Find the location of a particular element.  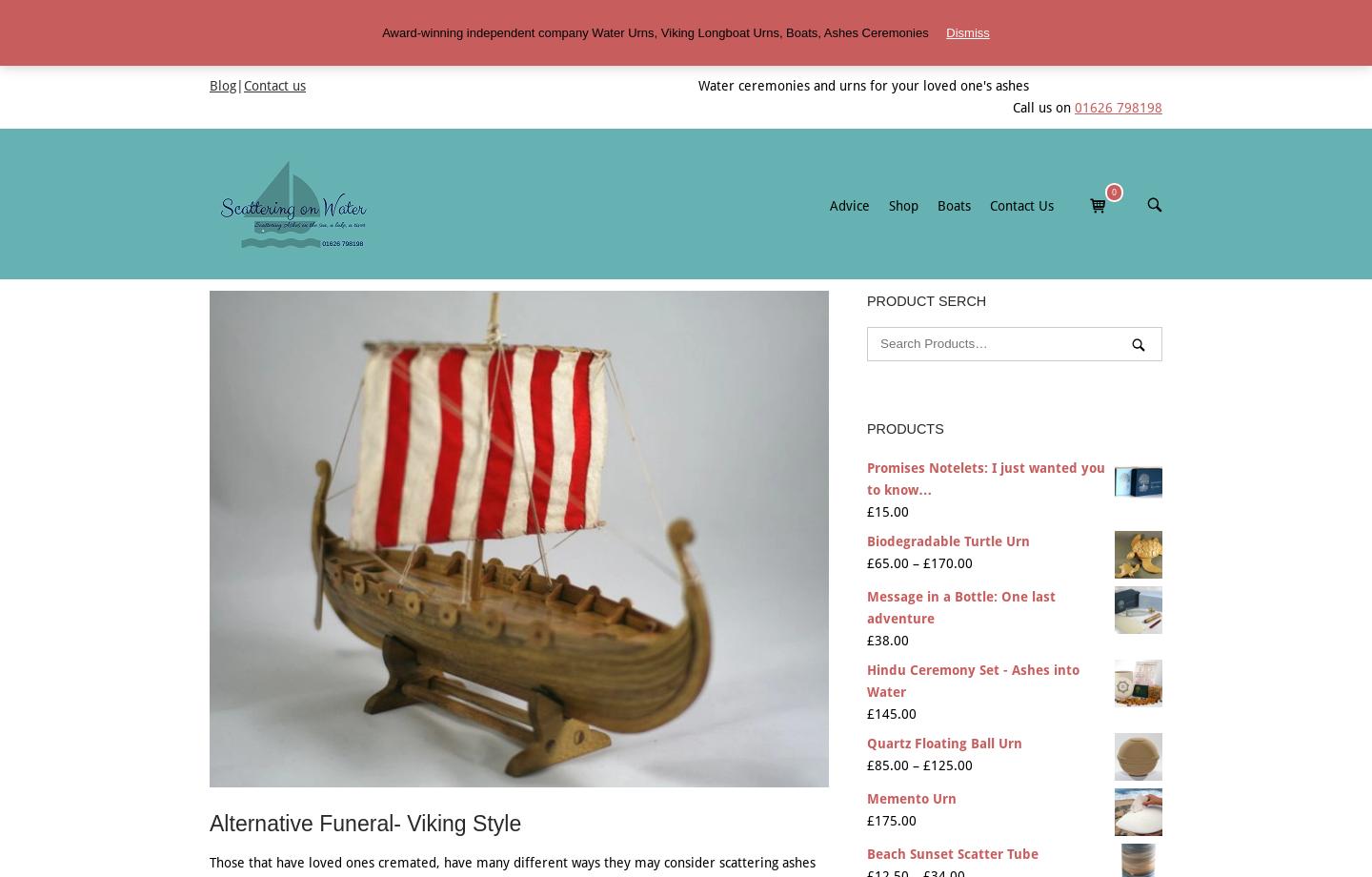

'Size of Boat' is located at coordinates (911, 257).